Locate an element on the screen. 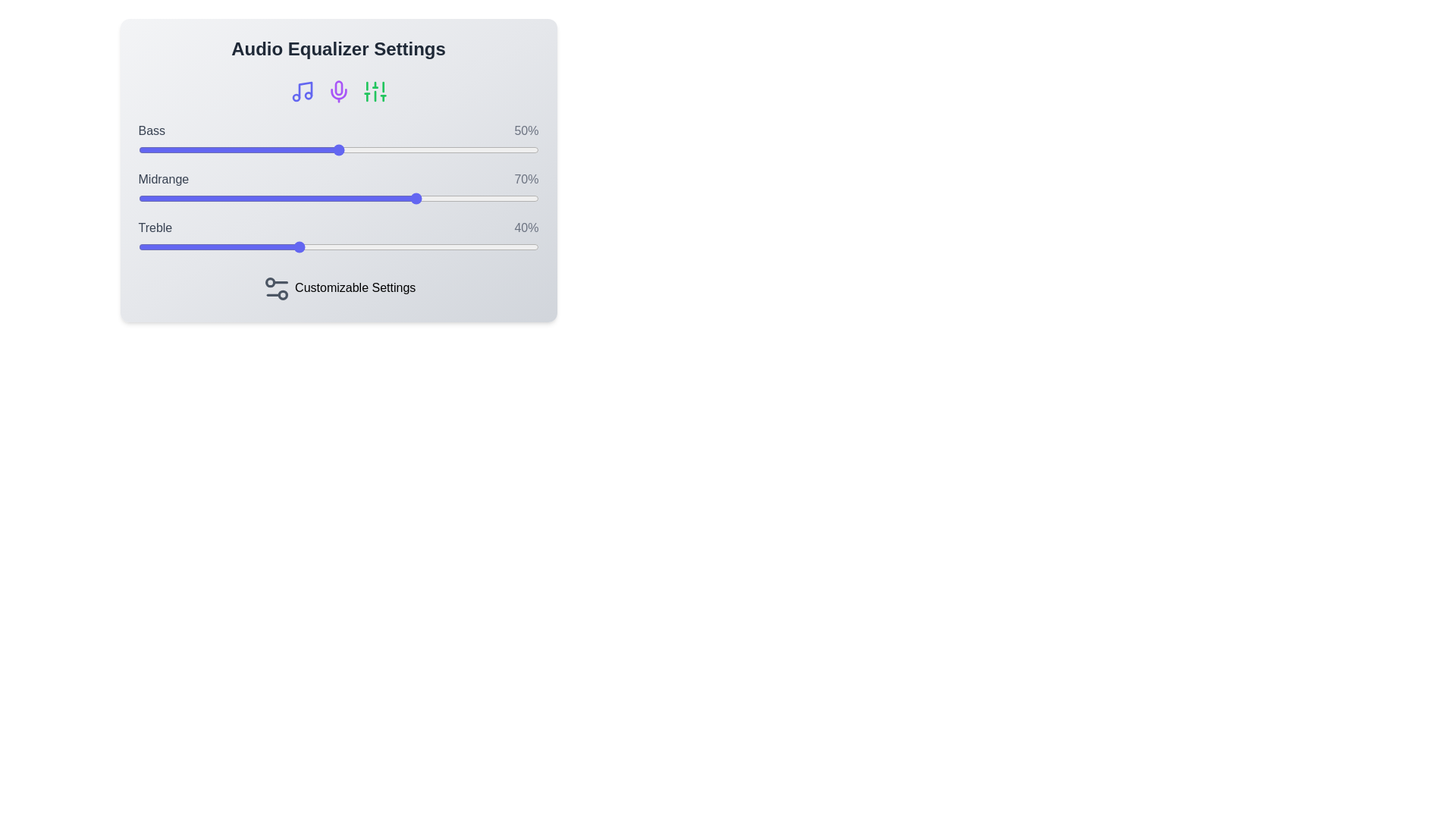 This screenshot has width=1456, height=819. the Sliders icon to perform its associated action is located at coordinates (375, 91).